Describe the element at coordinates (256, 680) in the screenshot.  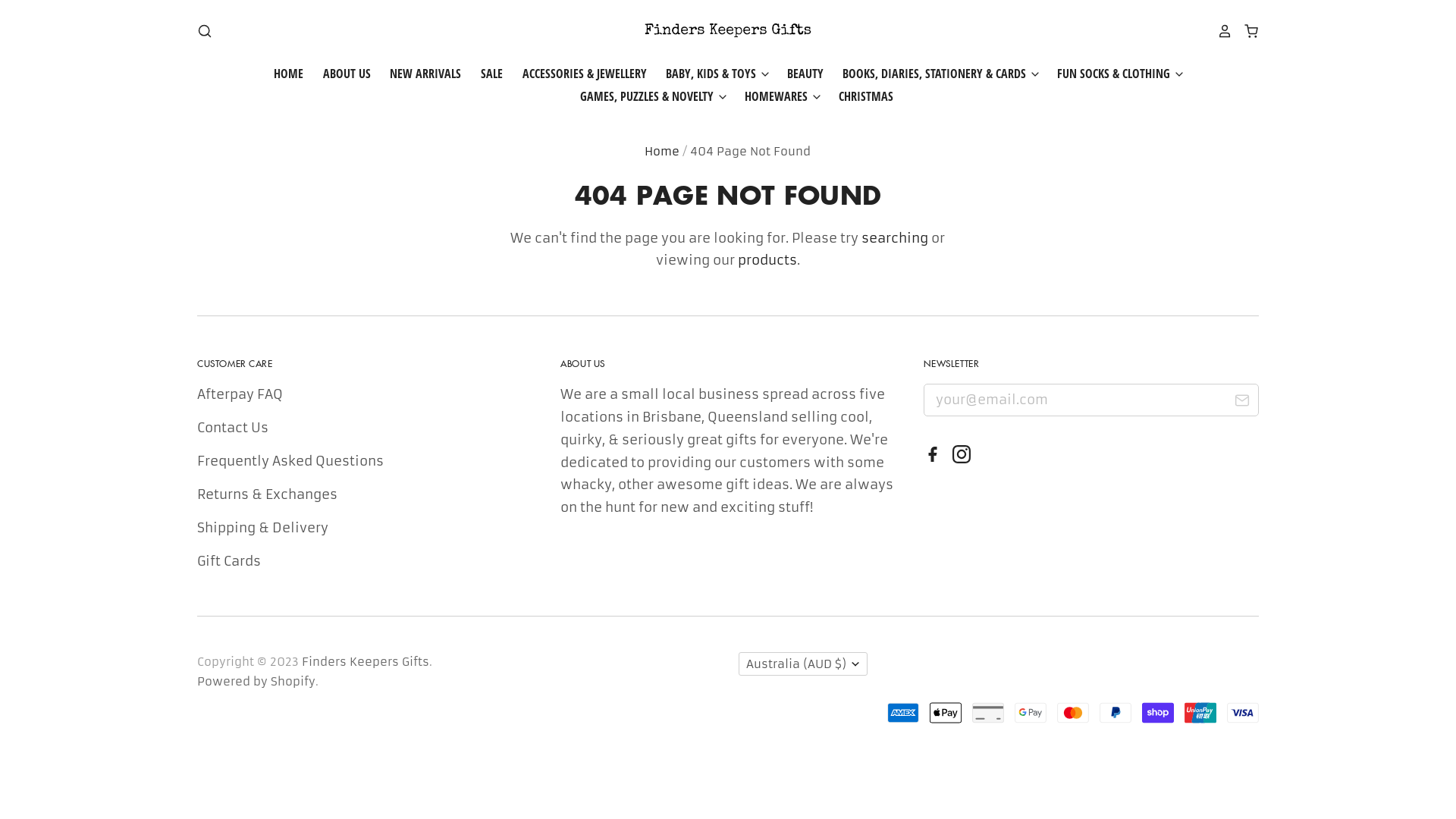
I see `'Powered by Shopify'` at that location.